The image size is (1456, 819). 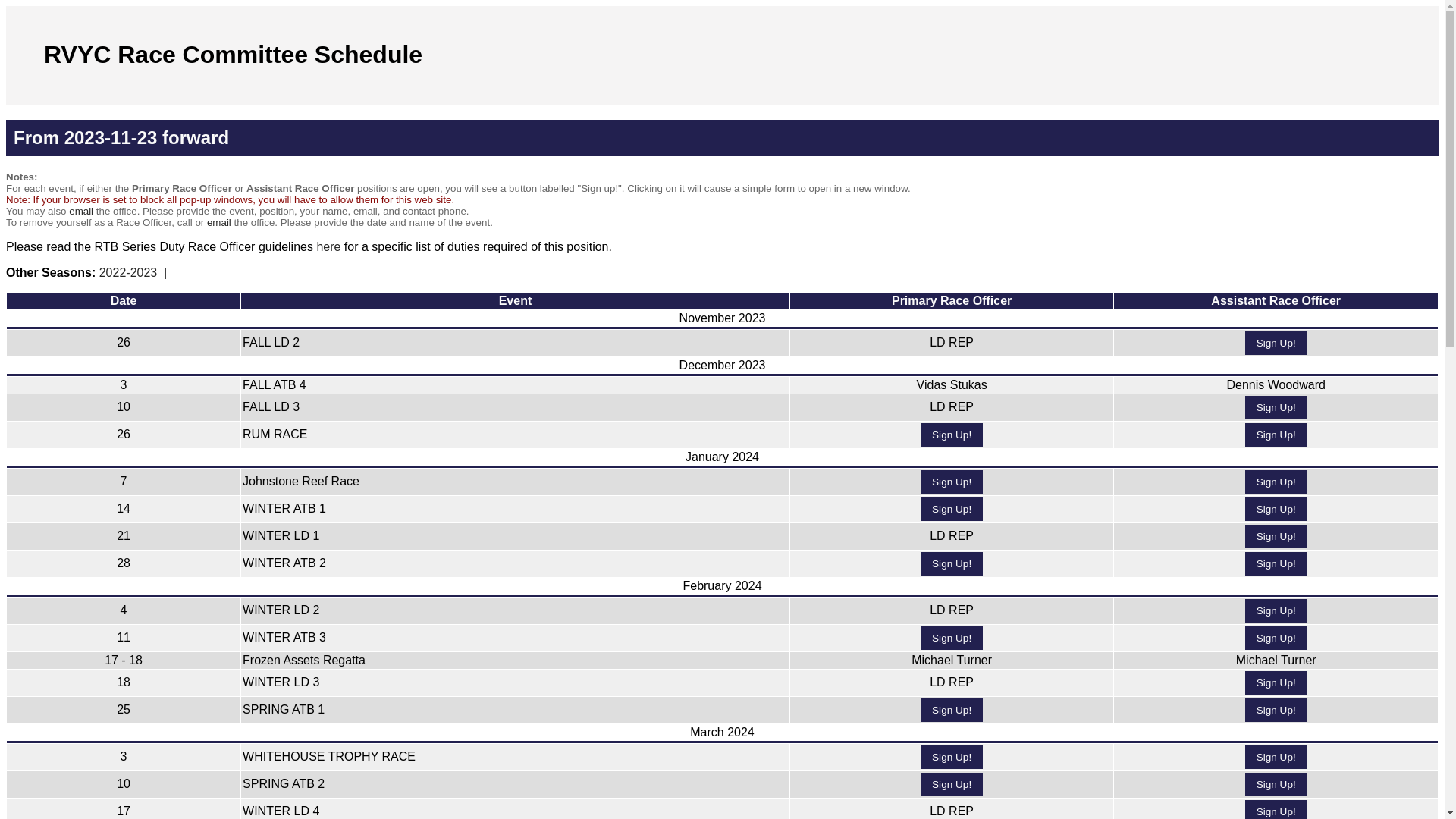 What do you see at coordinates (950, 710) in the screenshot?
I see `'Sign Up!'` at bounding box center [950, 710].